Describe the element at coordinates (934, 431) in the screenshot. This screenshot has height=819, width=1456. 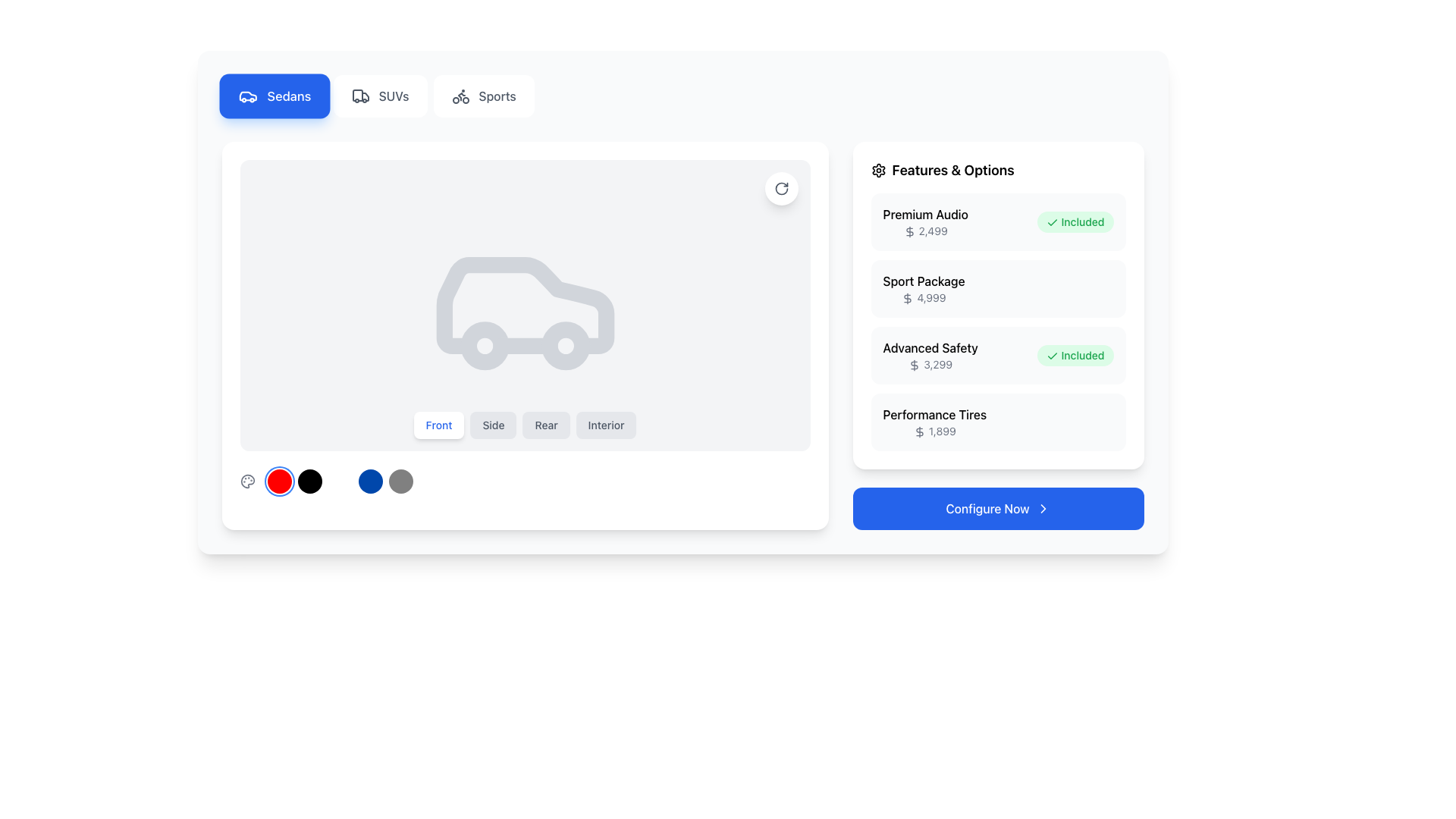
I see `the price label for the 'Performance Tires' option located in the 'Features & Options' panel, which provides contextual information about its value` at that location.